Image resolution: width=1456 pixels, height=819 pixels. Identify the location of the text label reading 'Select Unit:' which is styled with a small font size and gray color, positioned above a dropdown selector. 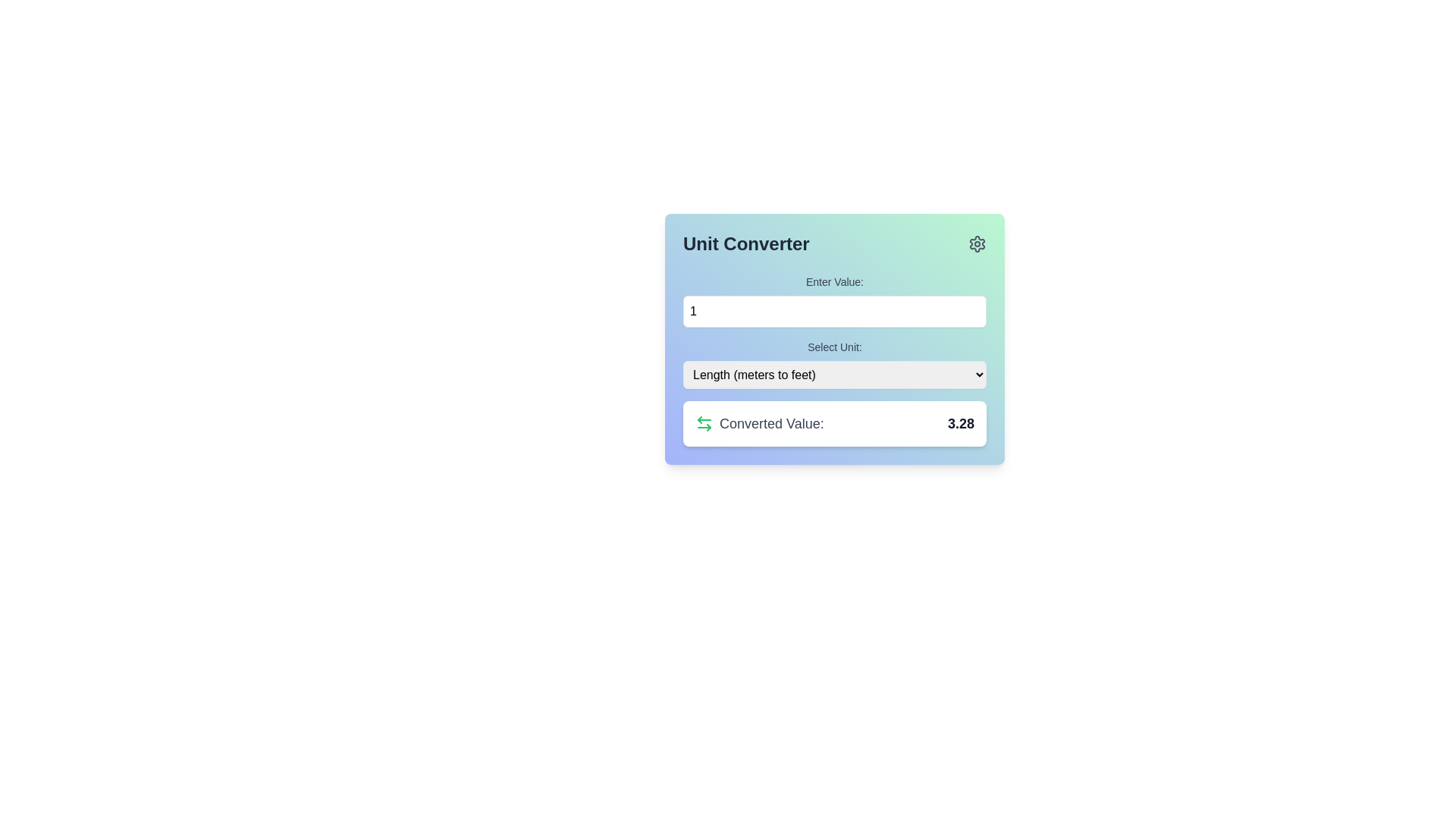
(833, 347).